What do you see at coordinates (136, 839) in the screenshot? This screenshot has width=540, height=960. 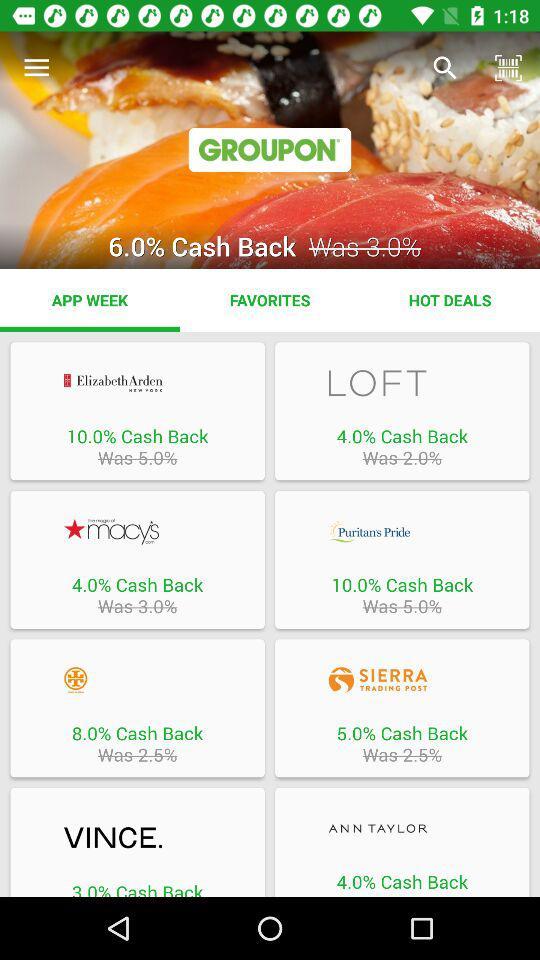 I see `the deals` at bounding box center [136, 839].